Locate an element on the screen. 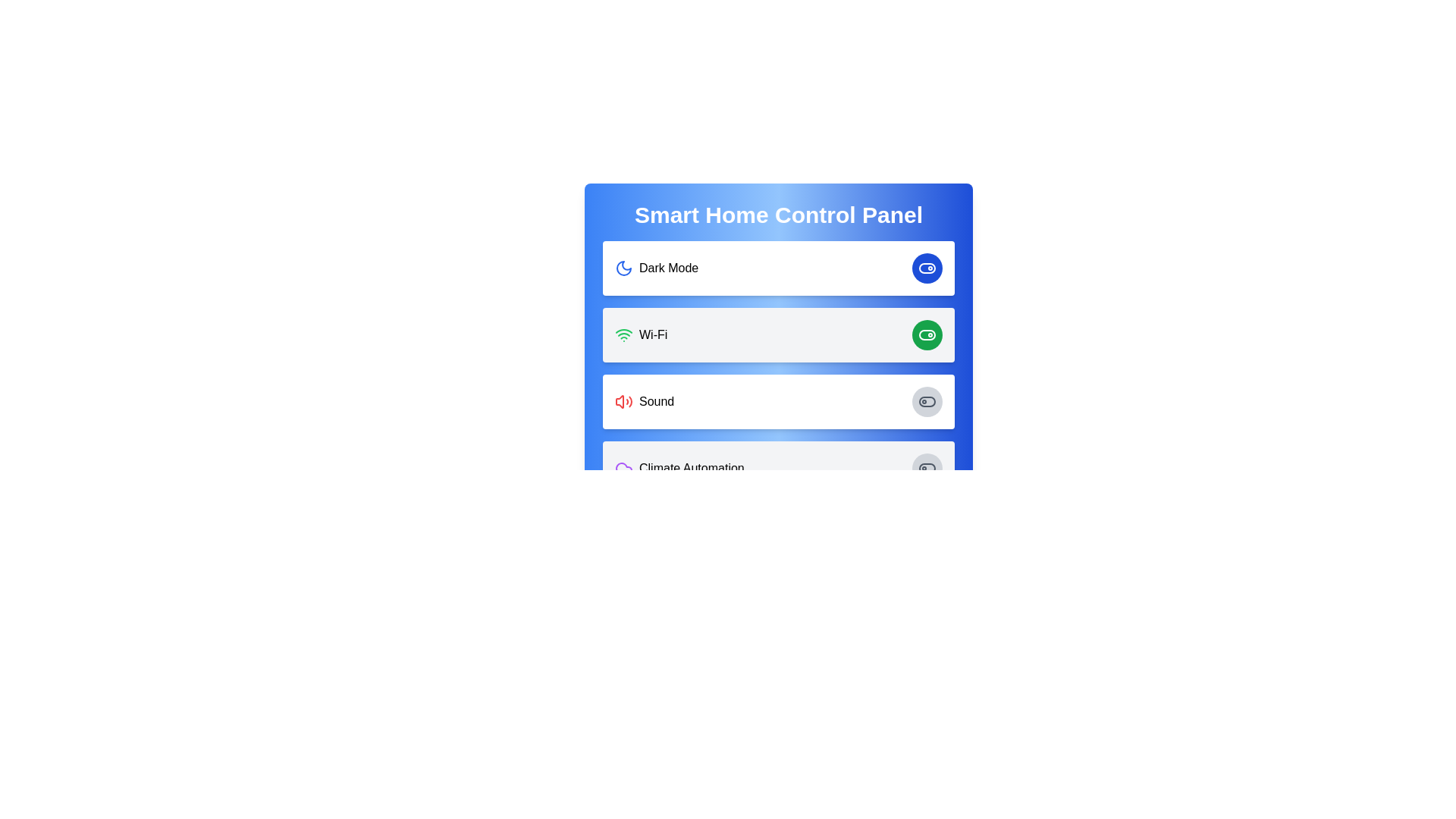 Image resolution: width=1456 pixels, height=819 pixels. the green toggle button with a white outline in the Smart Home Control Panel is located at coordinates (927, 334).